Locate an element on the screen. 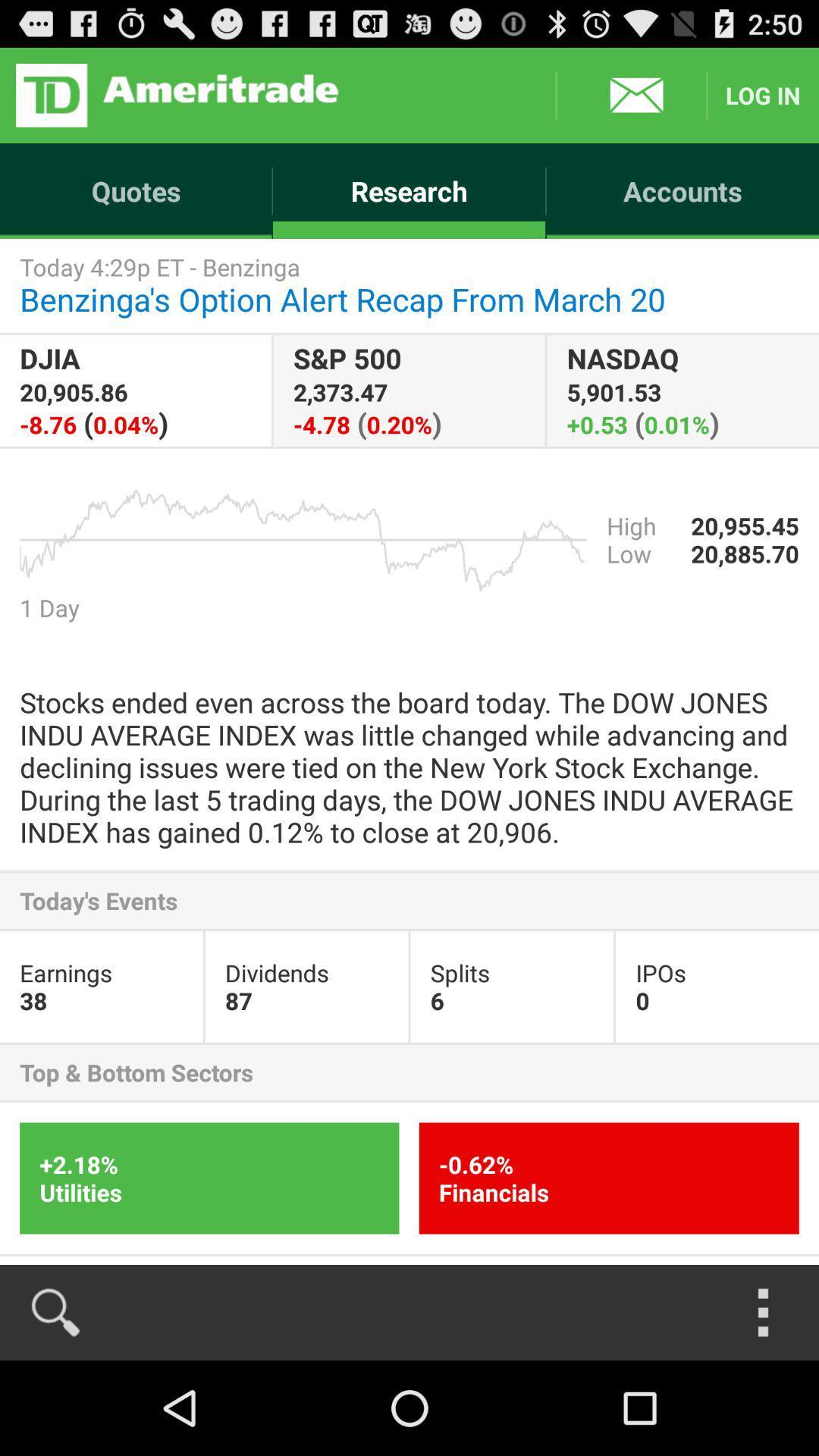 Image resolution: width=819 pixels, height=1456 pixels. icon to the left of accounts is located at coordinates (176, 94).